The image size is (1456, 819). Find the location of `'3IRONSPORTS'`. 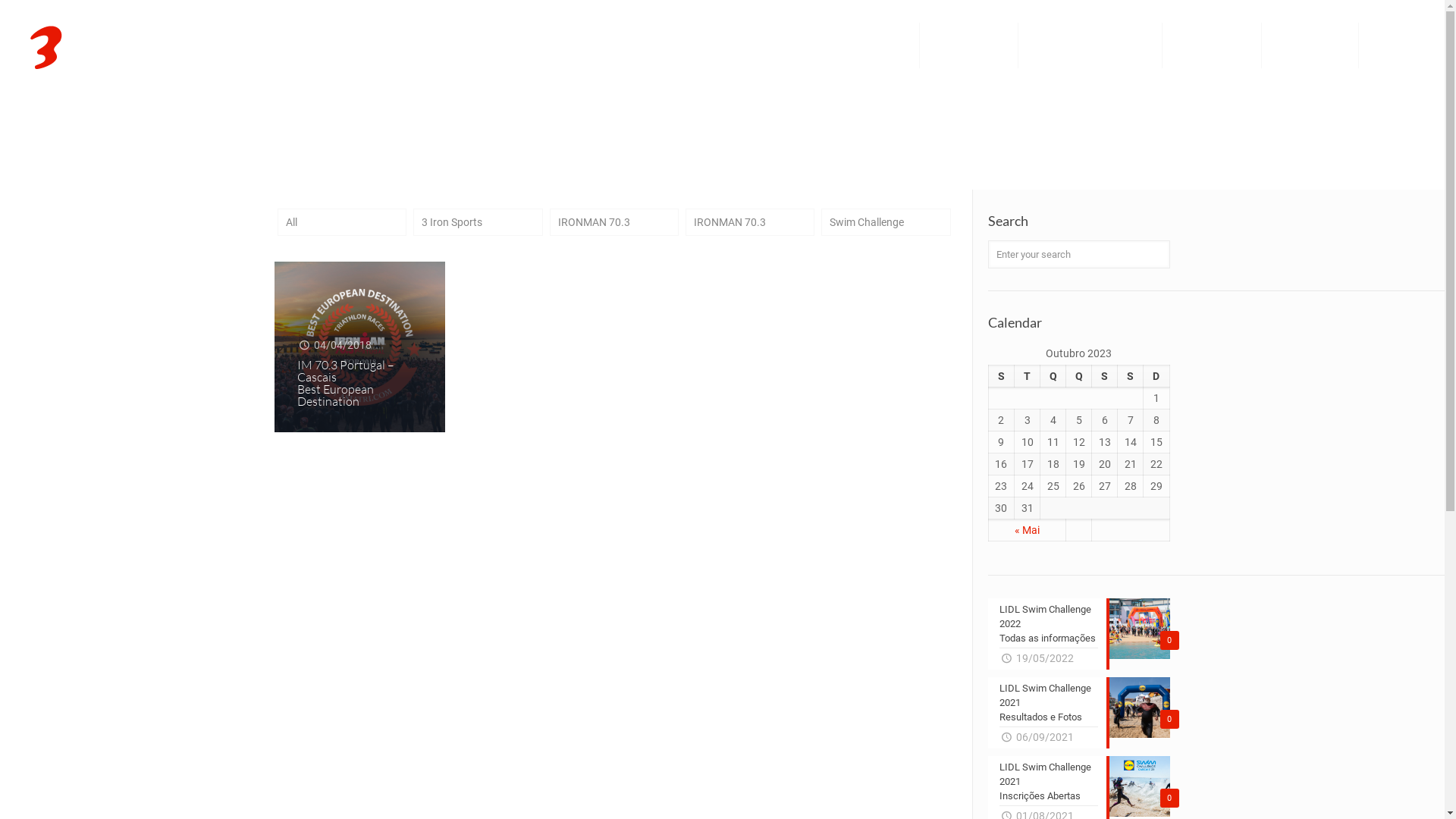

'3IRONSPORTS' is located at coordinates (839, 45).